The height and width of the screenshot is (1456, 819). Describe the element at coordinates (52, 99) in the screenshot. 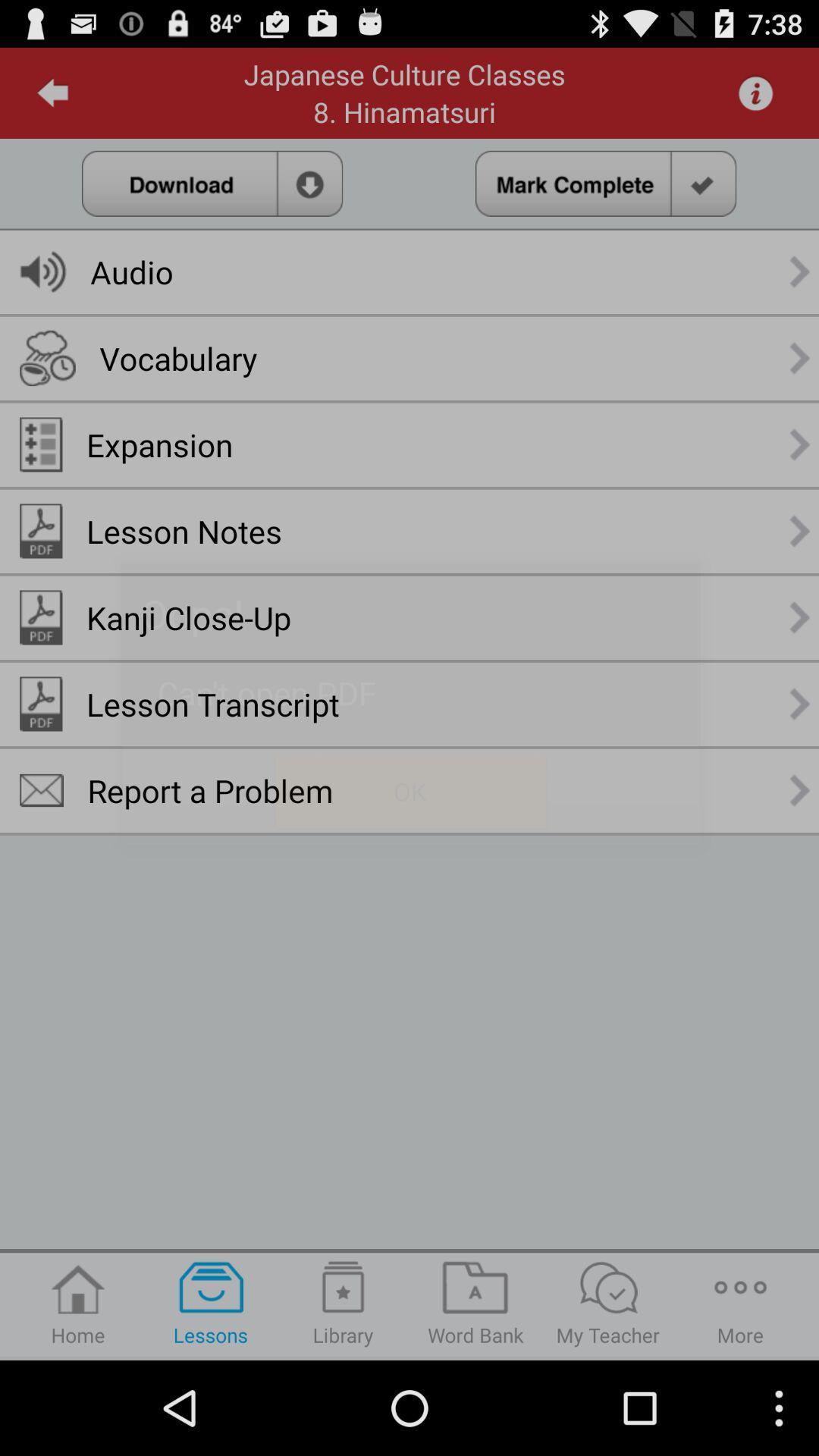

I see `the arrow_backward icon` at that location.